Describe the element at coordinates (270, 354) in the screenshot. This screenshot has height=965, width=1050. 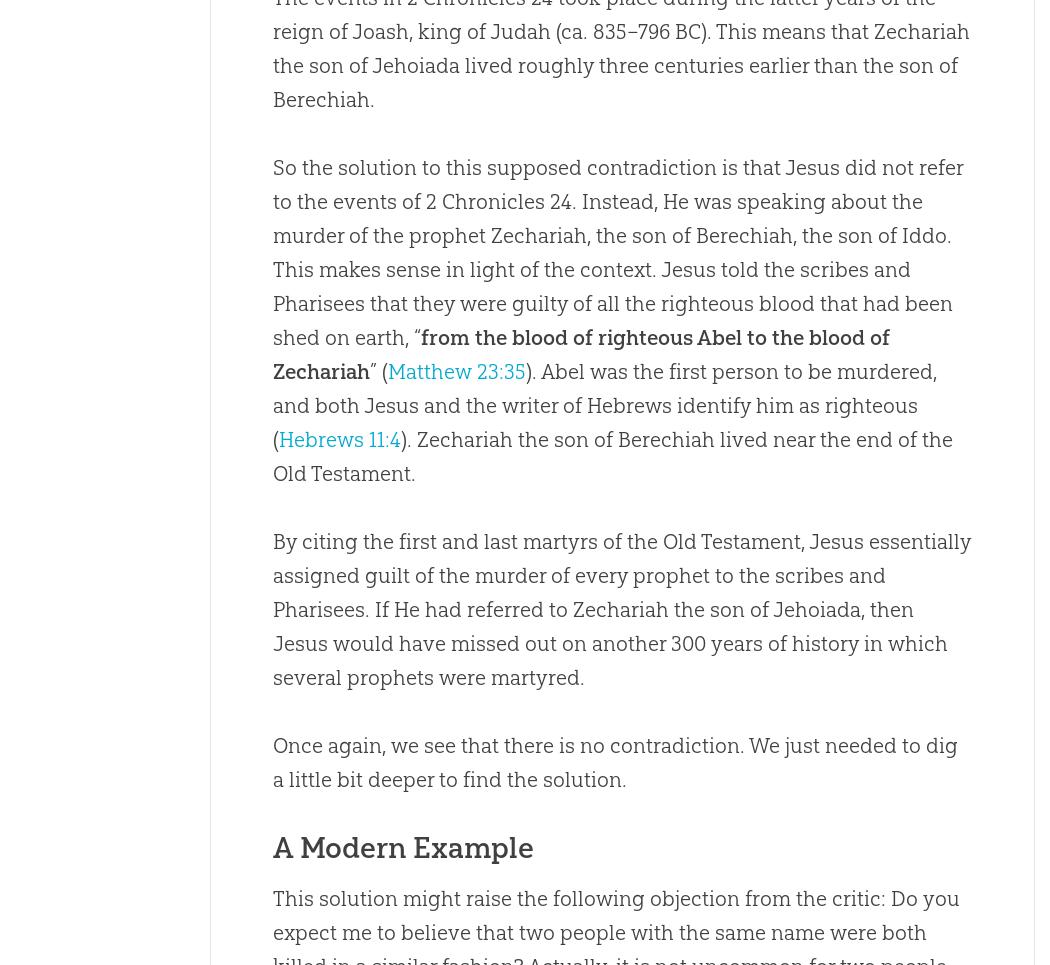
I see `'from the blood of righteous Abel to the blood of Zechariah'` at that location.